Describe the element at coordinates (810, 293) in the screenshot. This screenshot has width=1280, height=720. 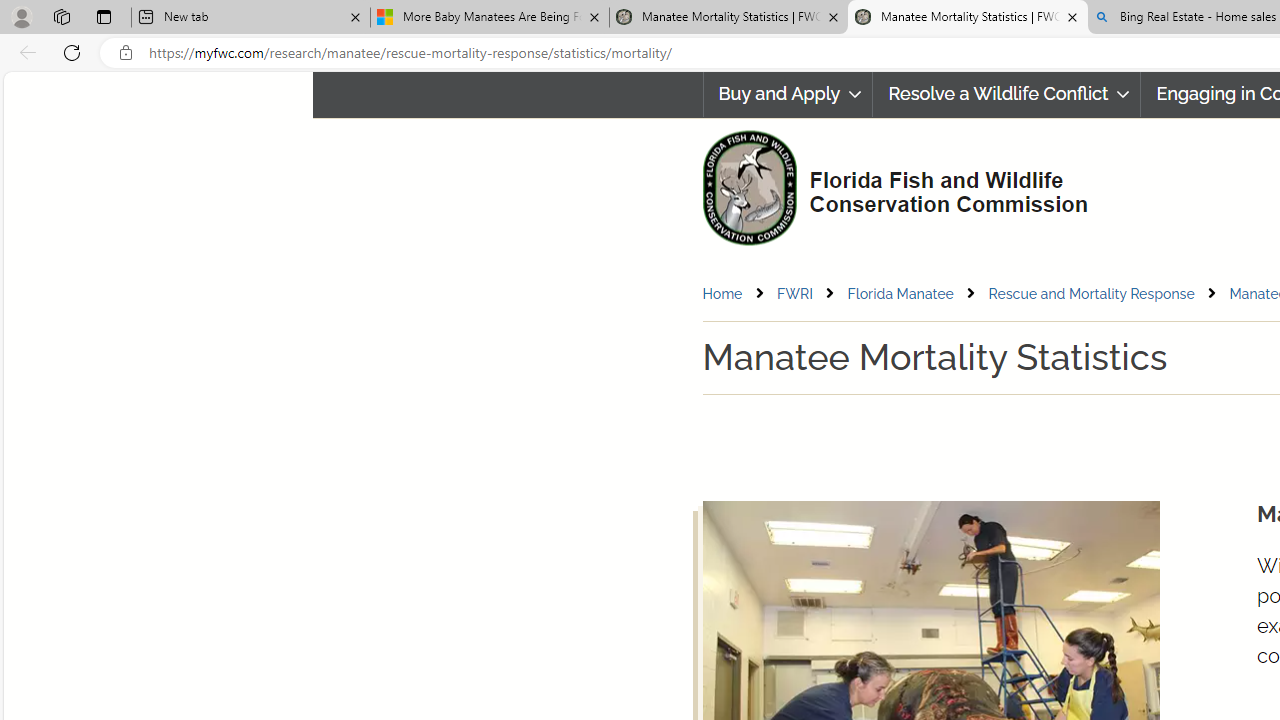
I see `'FWRI'` at that location.